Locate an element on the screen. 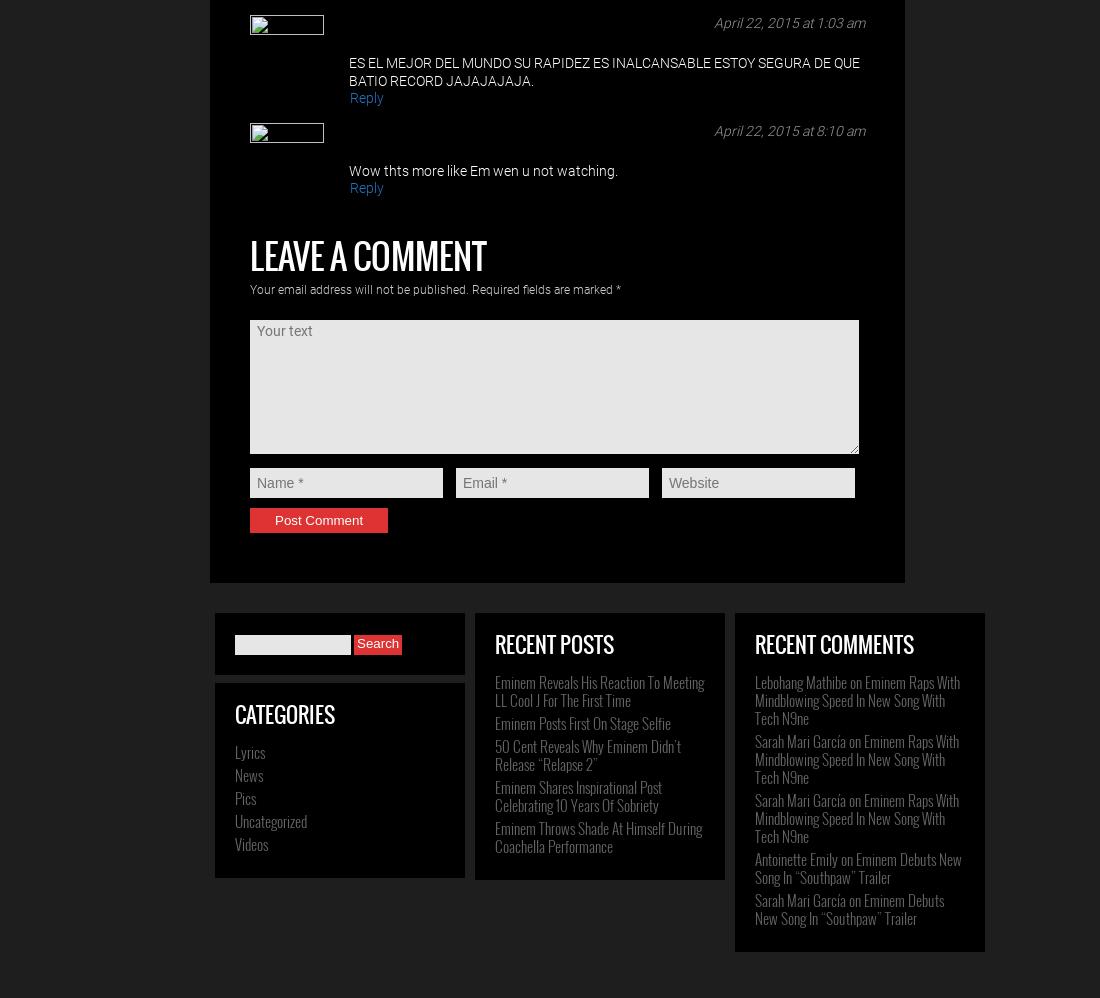 This screenshot has width=1100, height=998. 'Antoinette Emily' is located at coordinates (796, 857).